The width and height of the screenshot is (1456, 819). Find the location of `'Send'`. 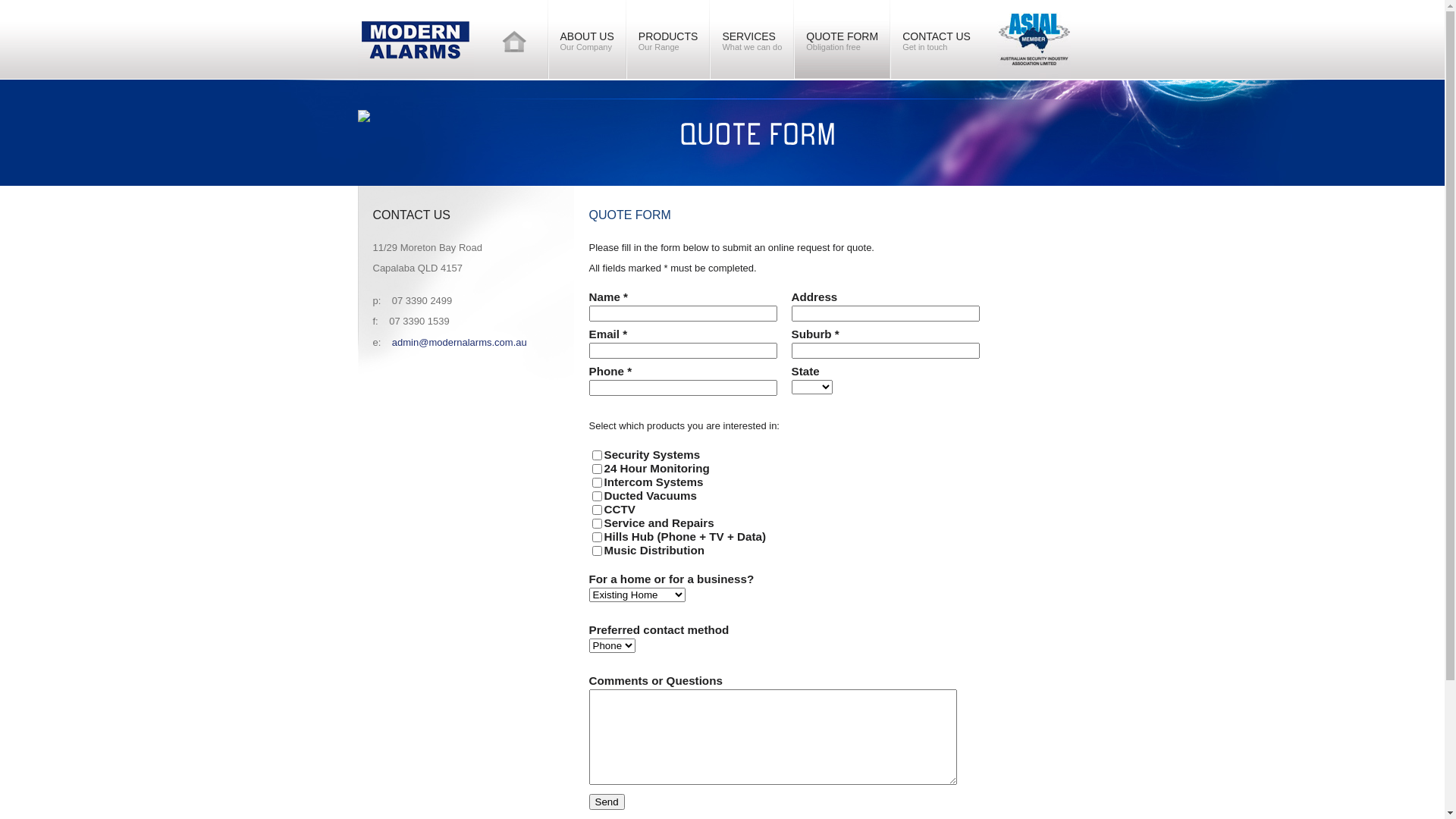

'Send' is located at coordinates (588, 801).